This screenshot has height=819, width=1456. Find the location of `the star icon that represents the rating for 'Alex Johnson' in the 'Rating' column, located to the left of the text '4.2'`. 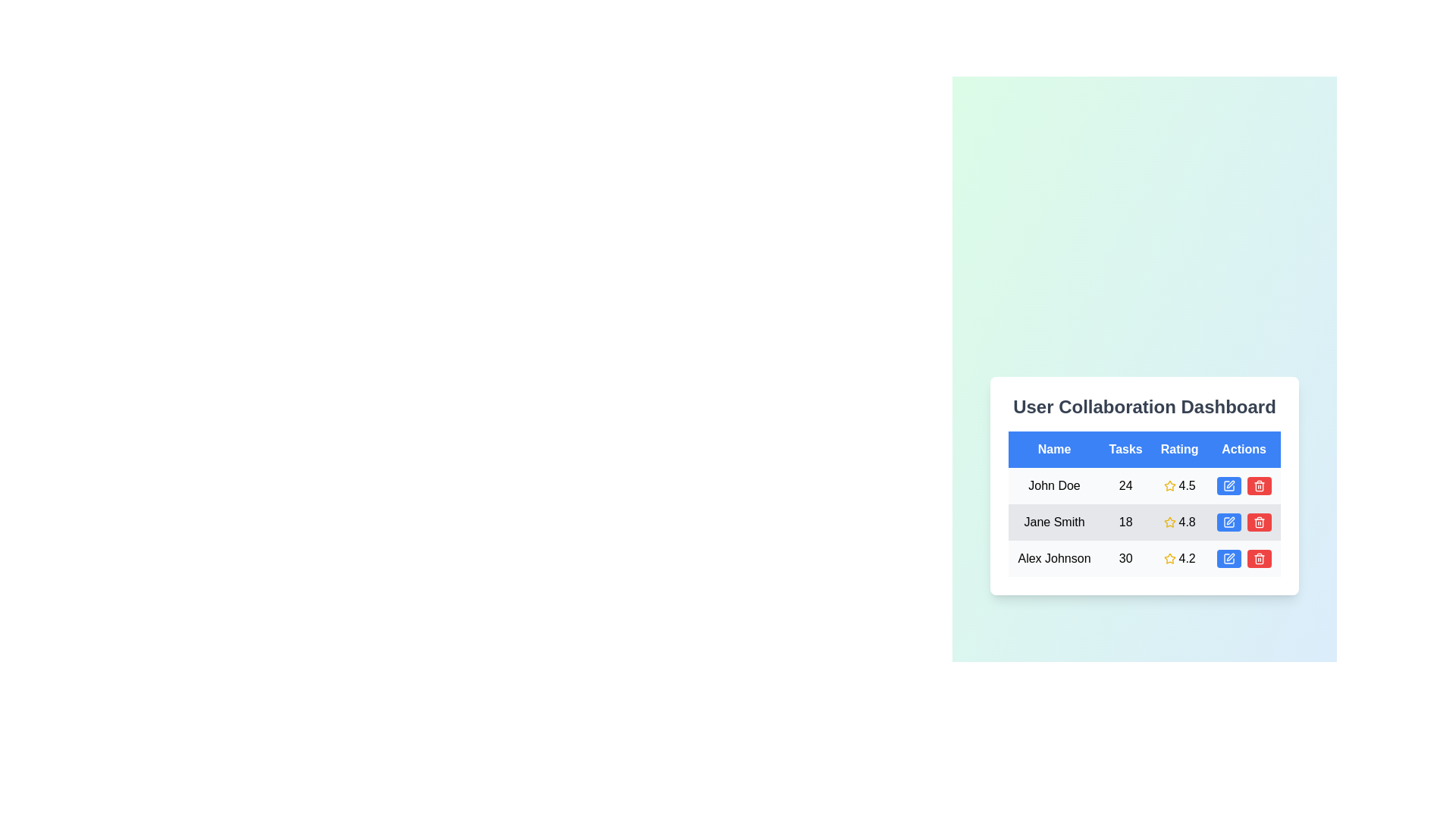

the star icon that represents the rating for 'Alex Johnson' in the 'Rating' column, located to the left of the text '4.2' is located at coordinates (1169, 558).